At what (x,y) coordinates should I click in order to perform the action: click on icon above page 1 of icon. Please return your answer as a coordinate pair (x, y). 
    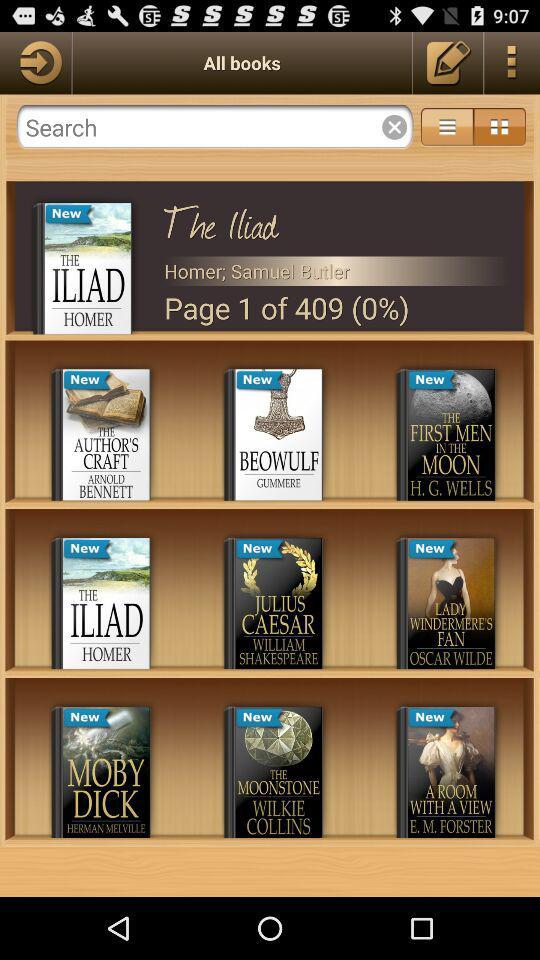
    Looking at the image, I should click on (336, 270).